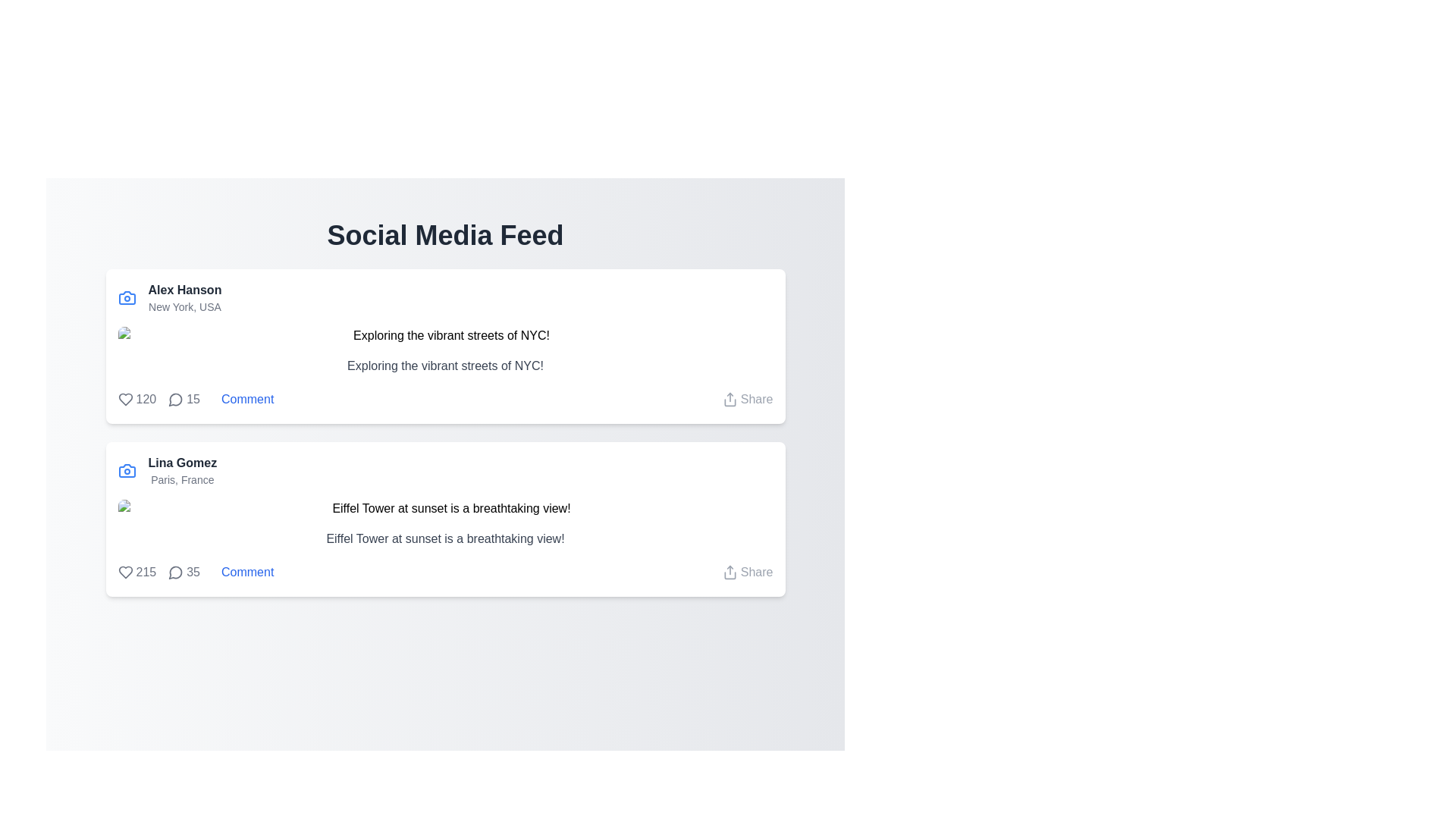 The width and height of the screenshot is (1456, 819). Describe the element at coordinates (199, 399) in the screenshot. I see `displayed metrics on the Interactive Panel with Button and Metrics located beneath the user's post in the social media feed, specifically to the left of the 'Share' option` at that location.